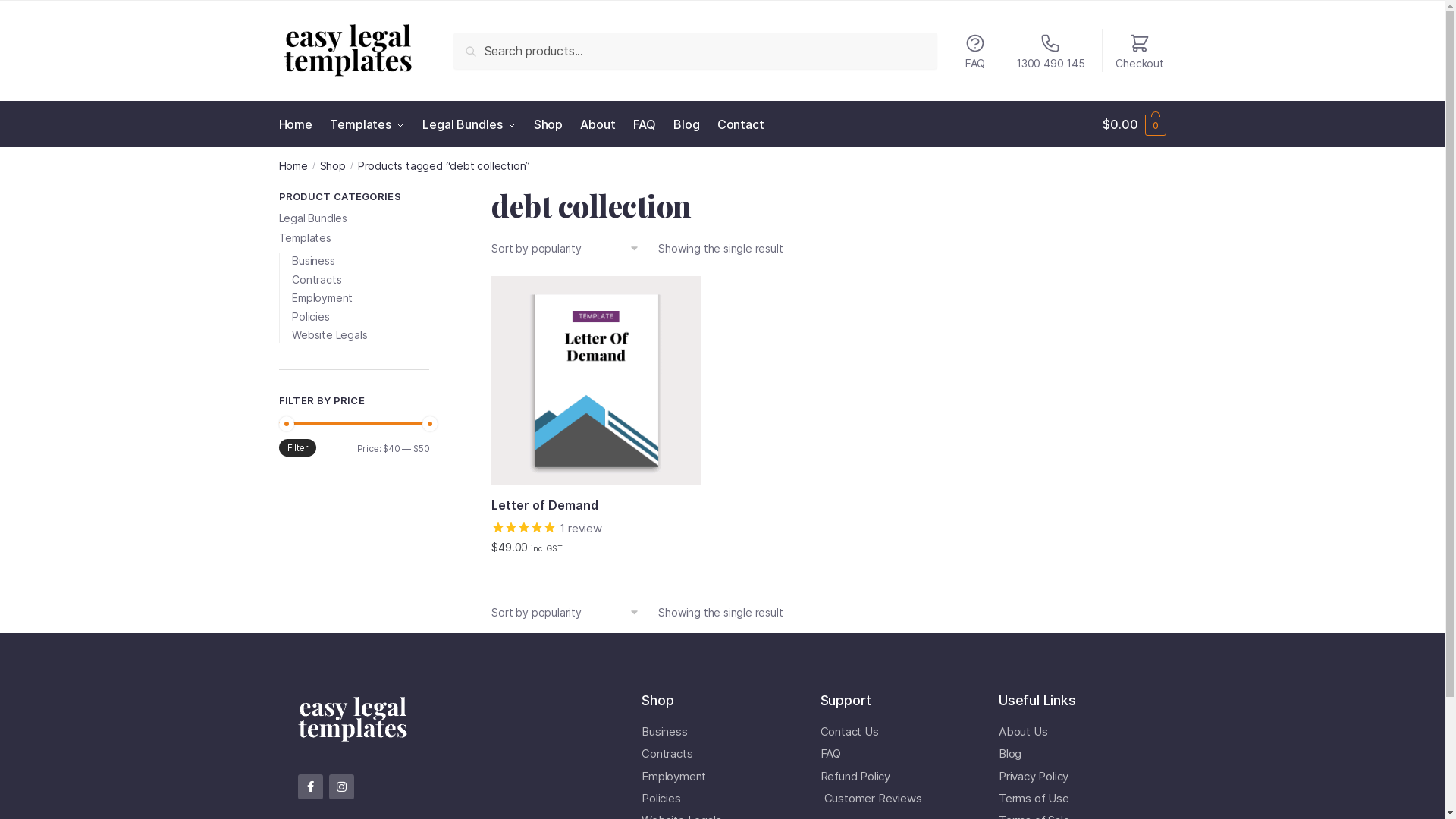 Image resolution: width=1456 pixels, height=819 pixels. I want to click on 'Business', so click(641, 730).